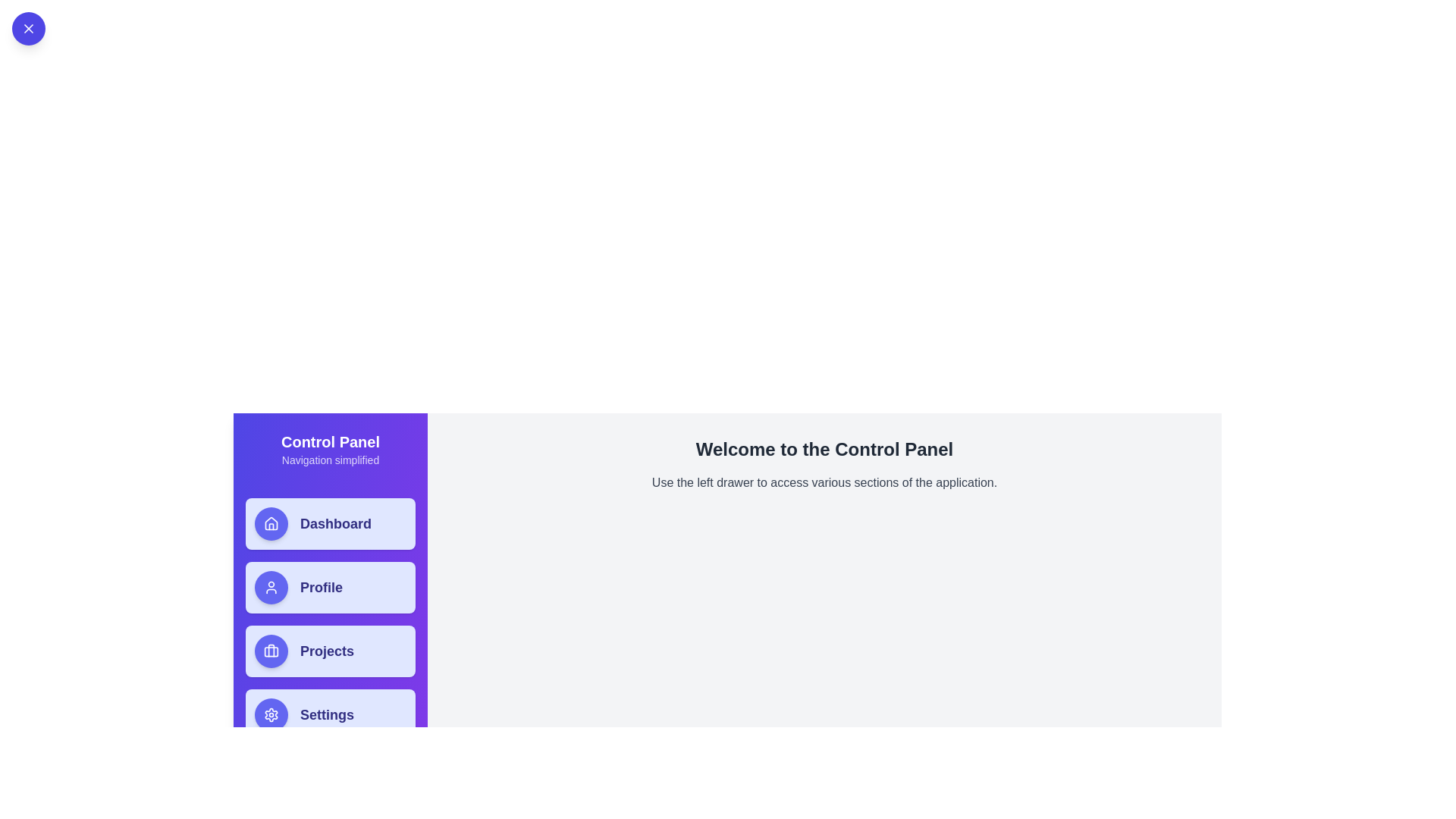 Image resolution: width=1456 pixels, height=819 pixels. Describe the element at coordinates (824, 449) in the screenshot. I see `the main panel text 'Welcome to the Control Panel'` at that location.